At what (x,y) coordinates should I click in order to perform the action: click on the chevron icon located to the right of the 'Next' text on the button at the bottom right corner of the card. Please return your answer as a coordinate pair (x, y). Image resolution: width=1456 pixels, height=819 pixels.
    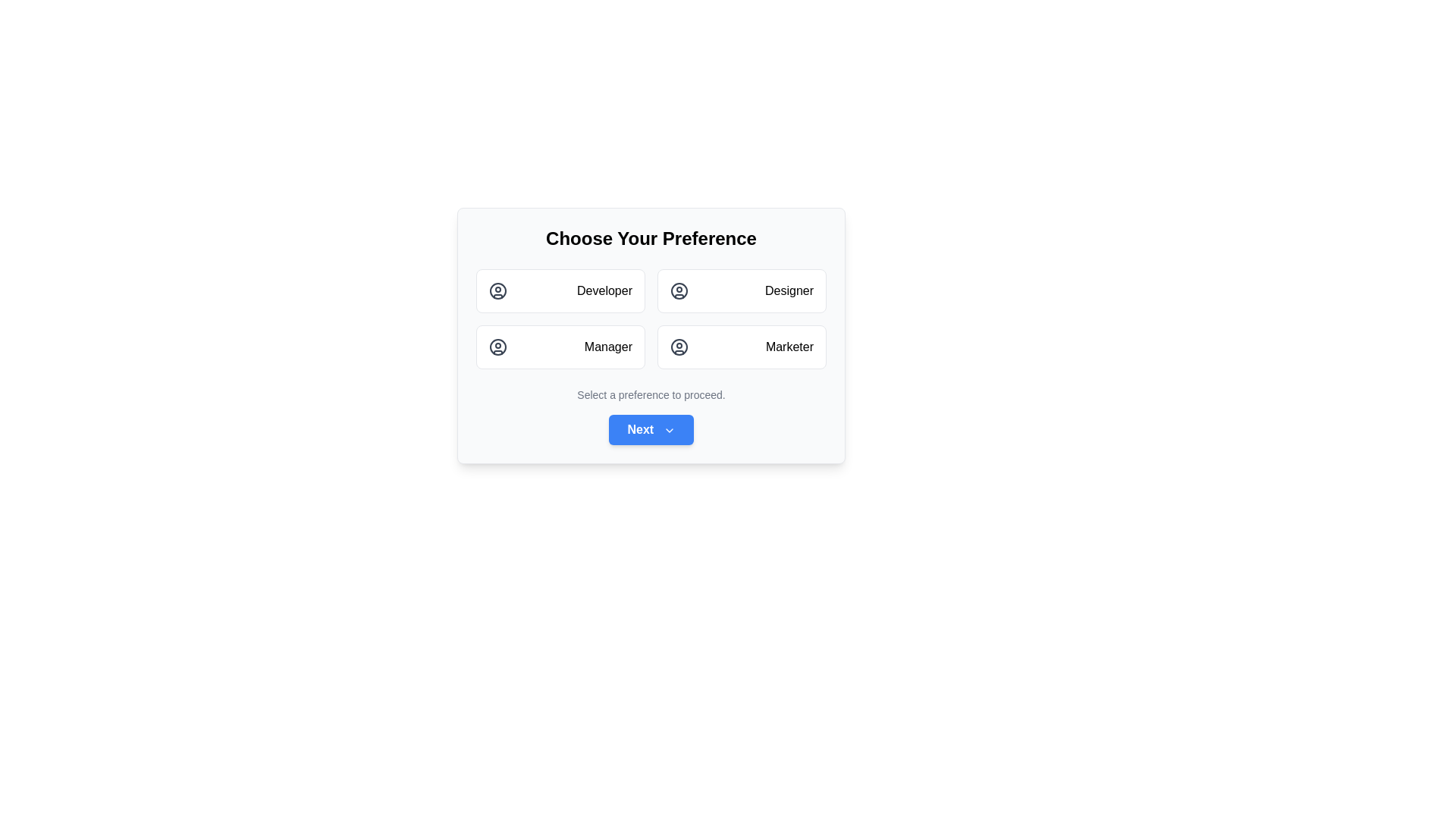
    Looking at the image, I should click on (668, 430).